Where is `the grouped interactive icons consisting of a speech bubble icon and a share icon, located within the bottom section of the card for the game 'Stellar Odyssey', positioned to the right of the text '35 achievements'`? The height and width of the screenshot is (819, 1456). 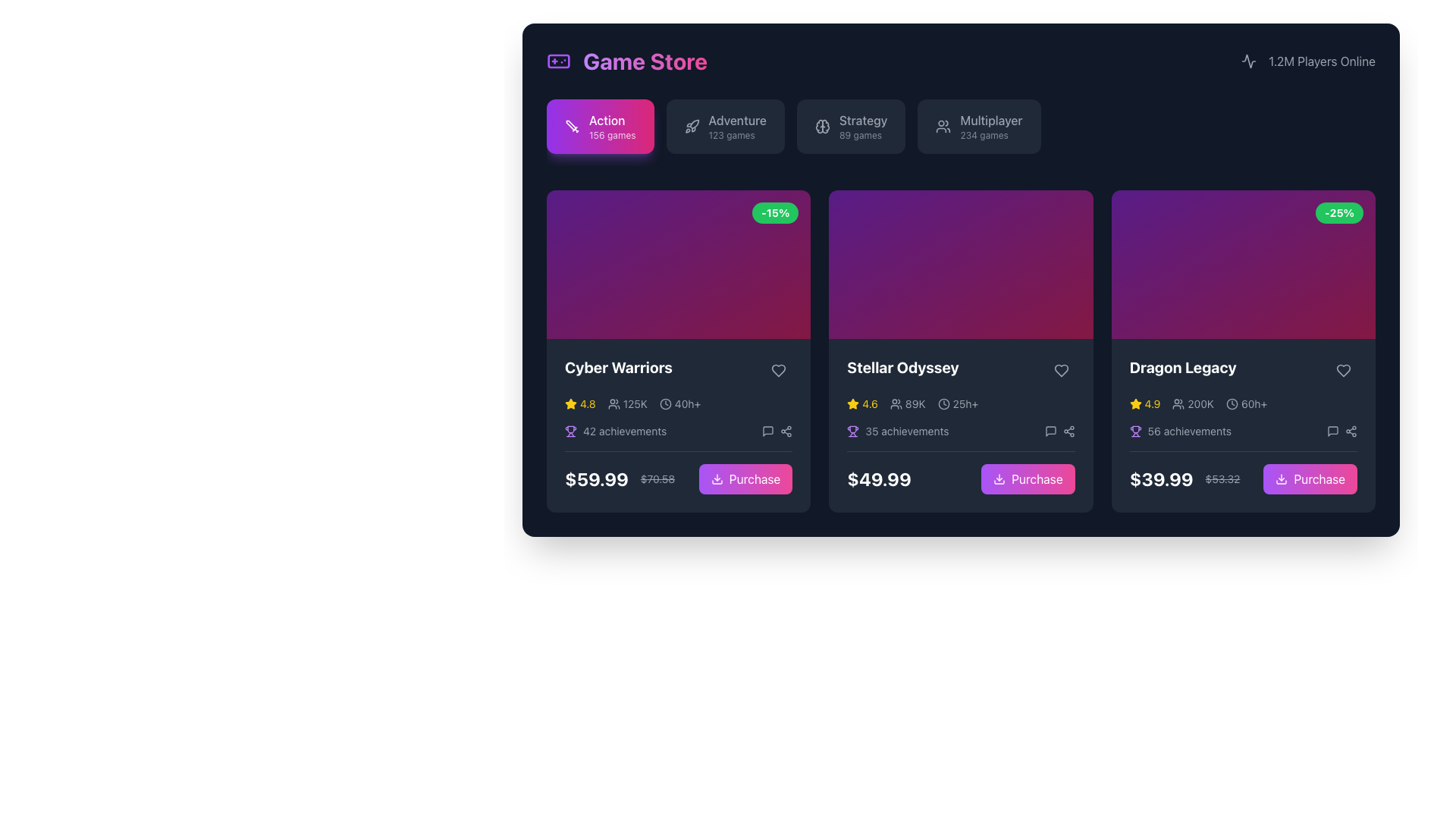
the grouped interactive icons consisting of a speech bubble icon and a share icon, located within the bottom section of the card for the game 'Stellar Odyssey', positioned to the right of the text '35 achievements' is located at coordinates (1059, 431).